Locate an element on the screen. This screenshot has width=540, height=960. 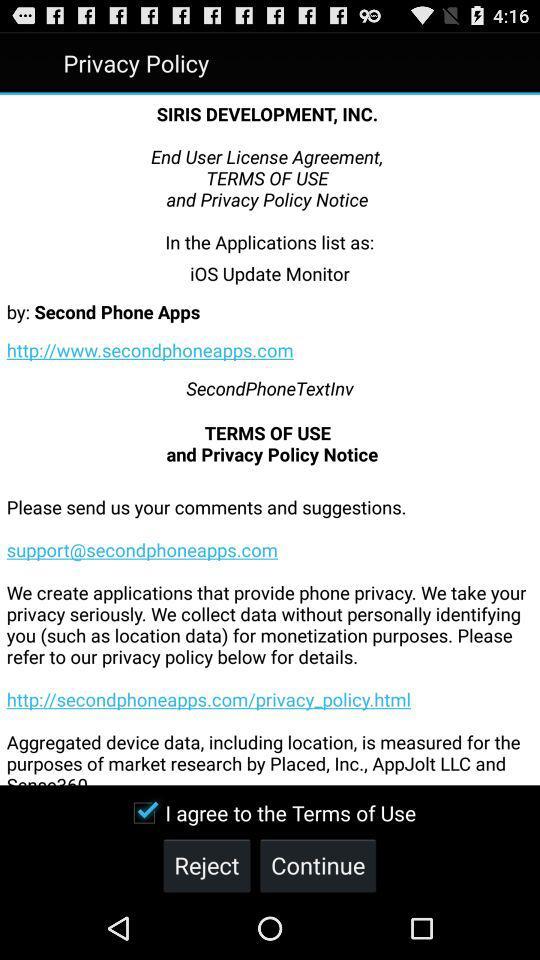
reject icon is located at coordinates (205, 864).